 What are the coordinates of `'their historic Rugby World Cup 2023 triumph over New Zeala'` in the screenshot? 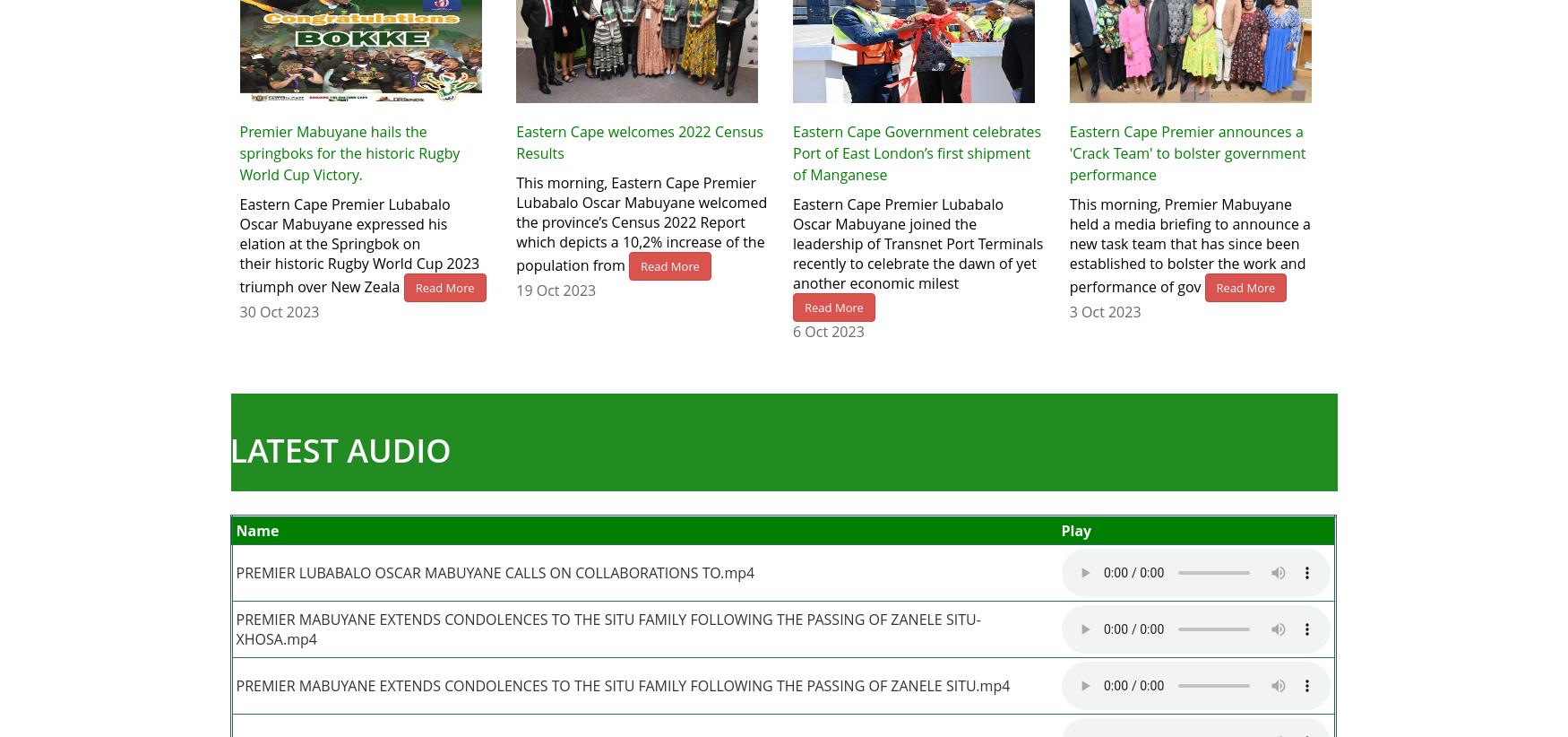 It's located at (358, 274).